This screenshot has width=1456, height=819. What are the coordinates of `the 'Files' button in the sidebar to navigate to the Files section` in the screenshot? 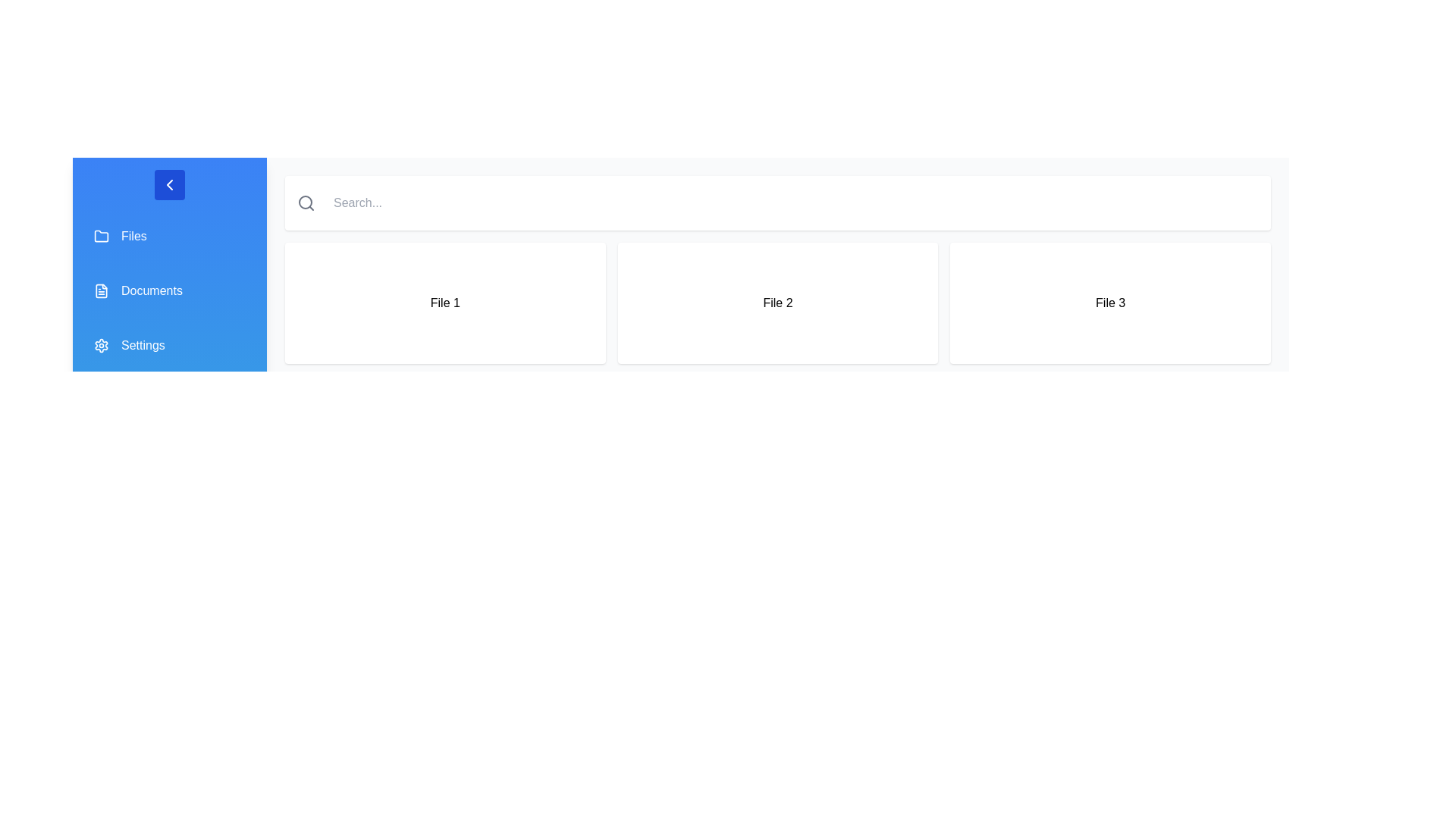 It's located at (170, 237).